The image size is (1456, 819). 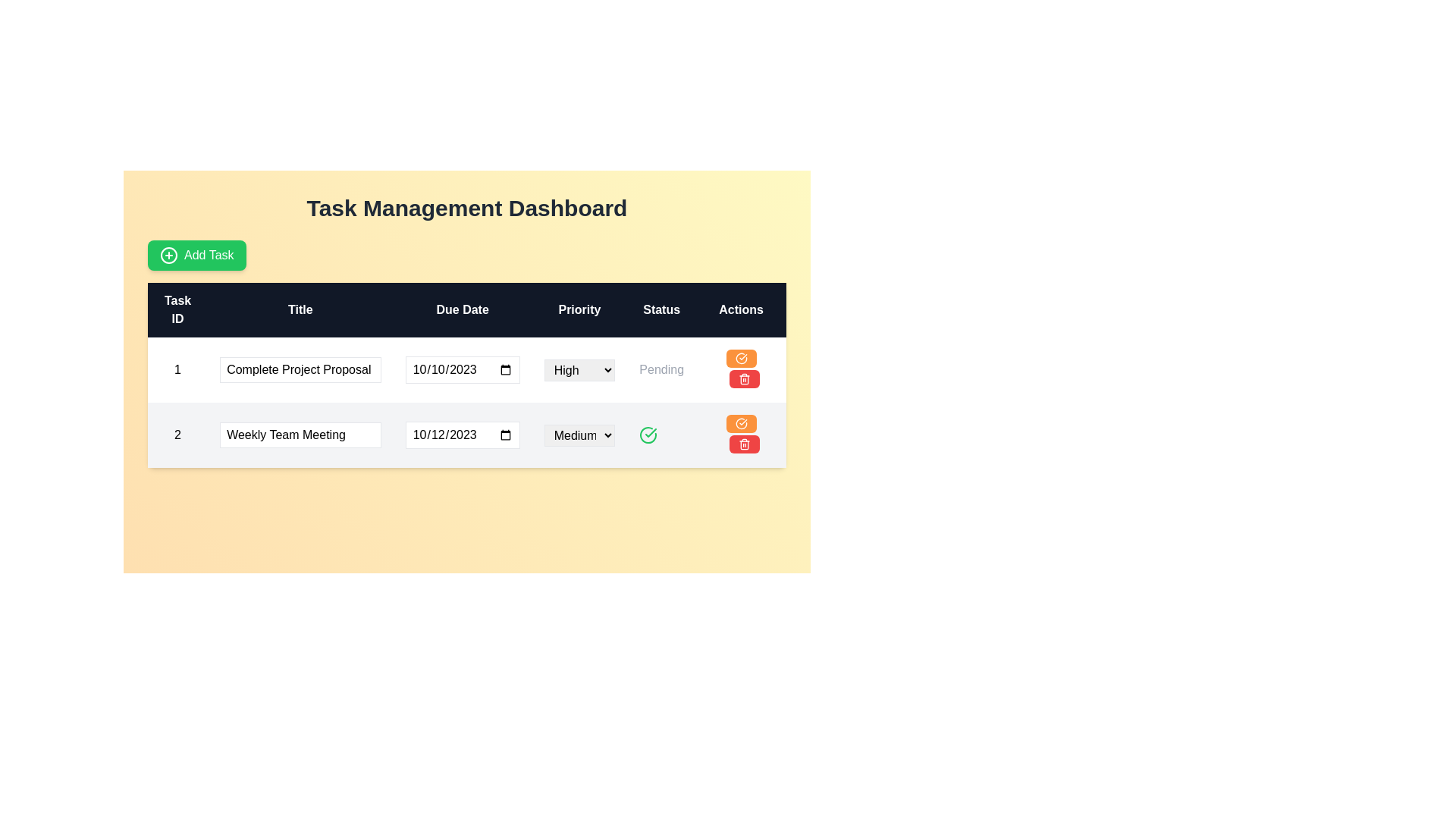 I want to click on the text label displaying the number '1' in the first column of the table row labeled 'Task ID', so click(x=177, y=370).